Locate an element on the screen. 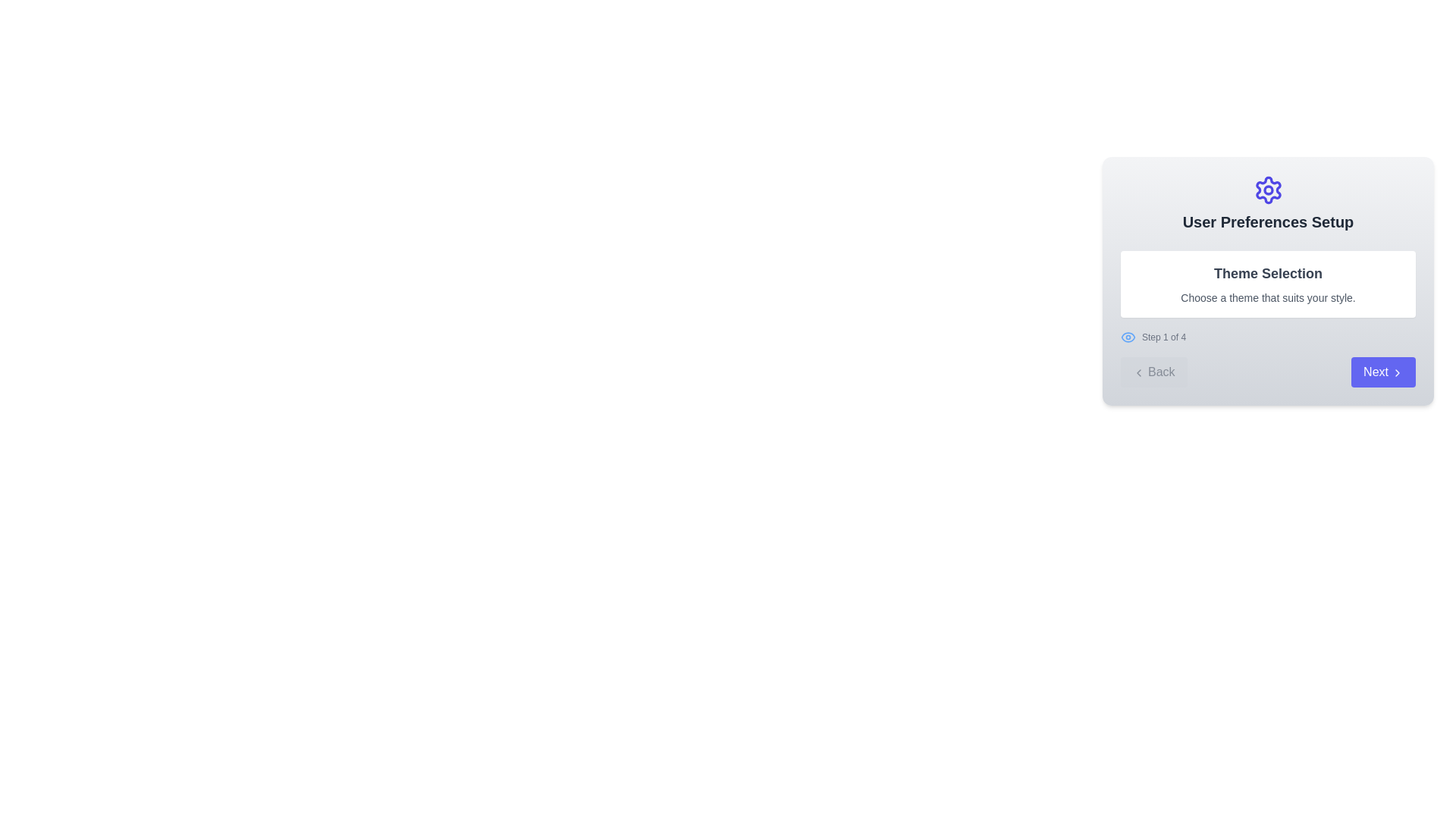  the decorative circle icon located at the center-top of the gear icon in the 'User Preferences Setup' dialog box is located at coordinates (1268, 189).